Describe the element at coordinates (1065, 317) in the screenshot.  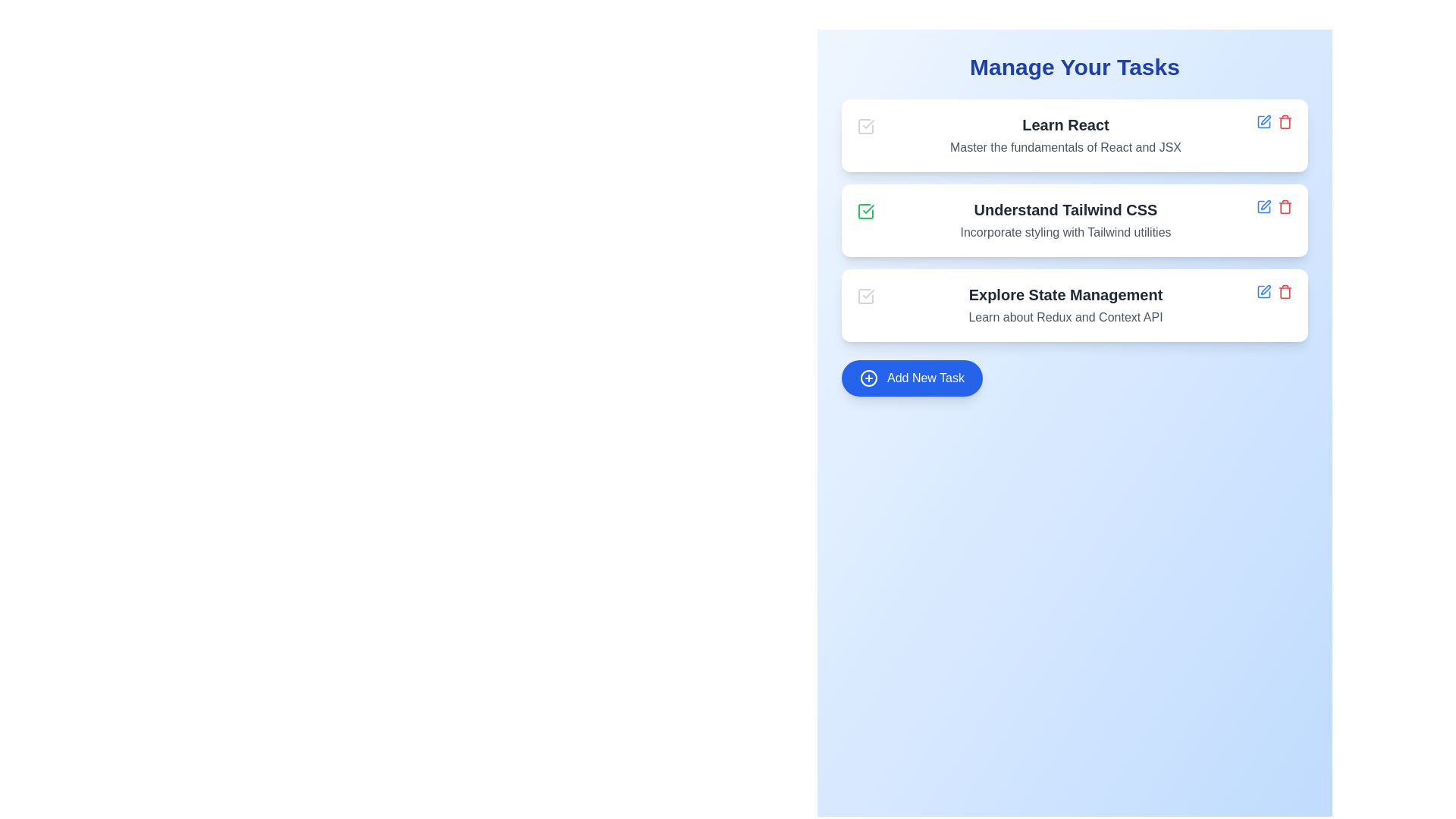
I see `the static text providing additional descriptive information under the heading 'Explore State Management' in the third task card` at that location.